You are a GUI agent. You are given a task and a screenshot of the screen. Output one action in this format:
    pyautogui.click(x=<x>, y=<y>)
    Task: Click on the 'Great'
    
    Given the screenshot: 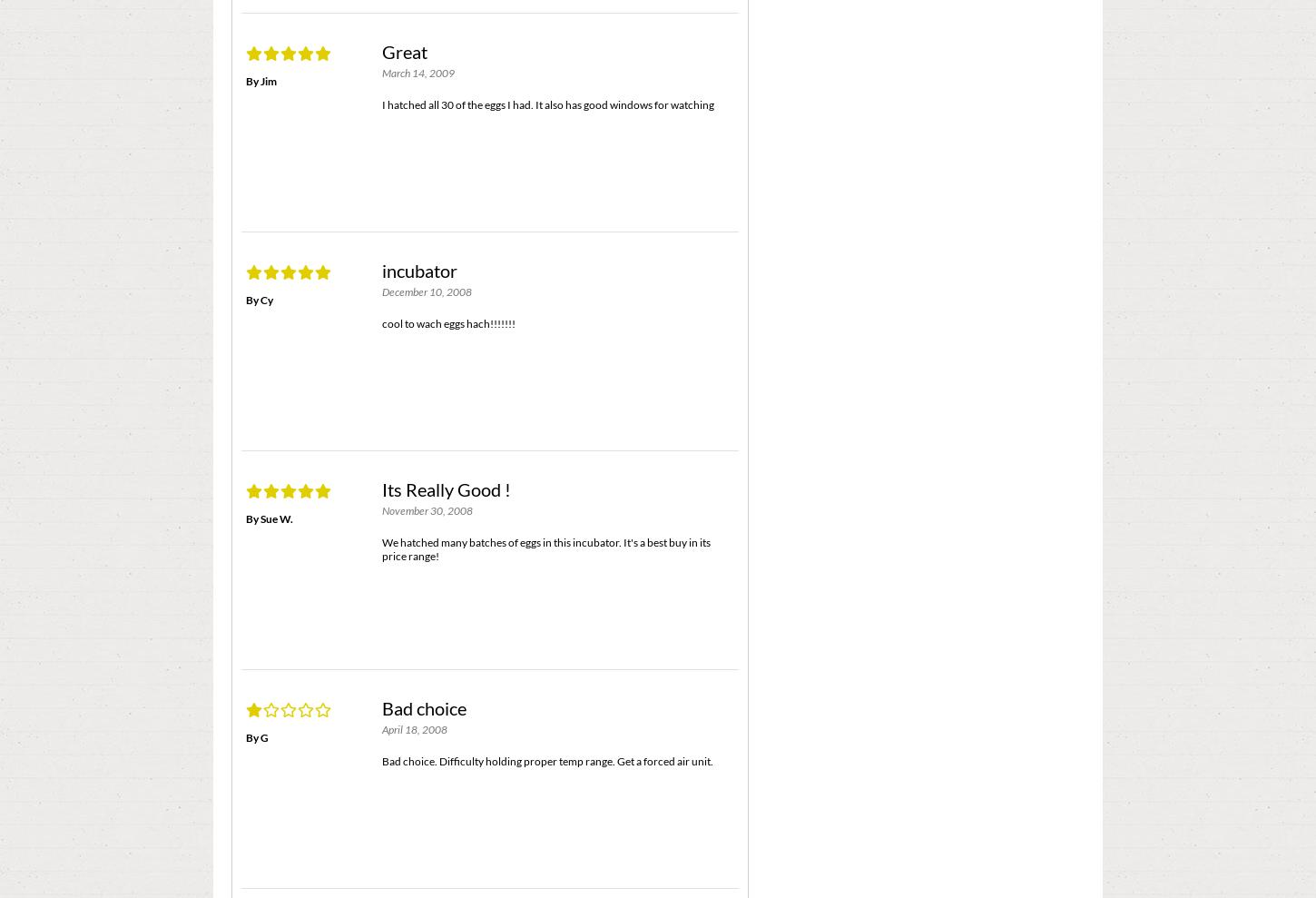 What is the action you would take?
    pyautogui.click(x=404, y=51)
    